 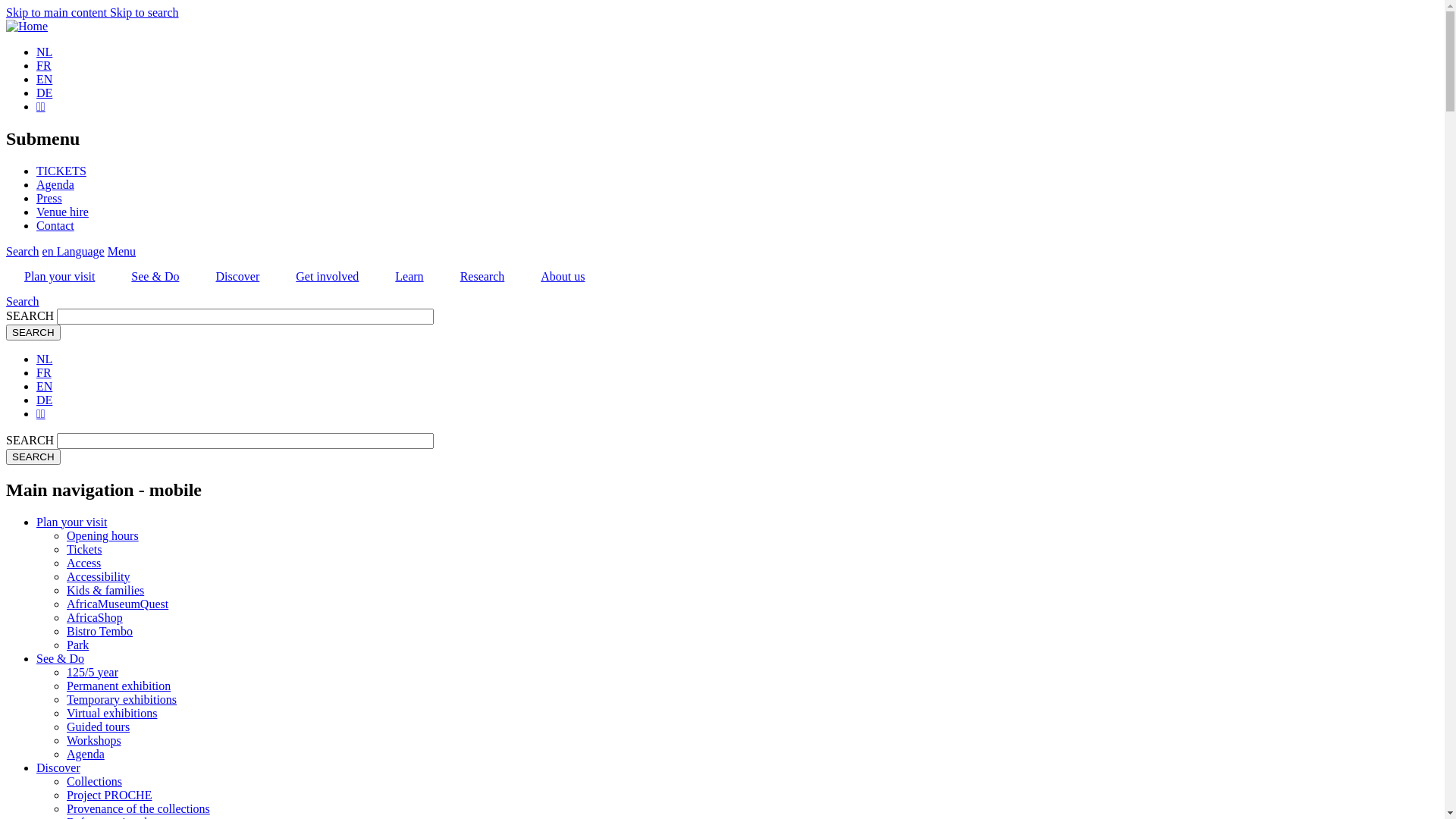 What do you see at coordinates (83, 563) in the screenshot?
I see `'Access'` at bounding box center [83, 563].